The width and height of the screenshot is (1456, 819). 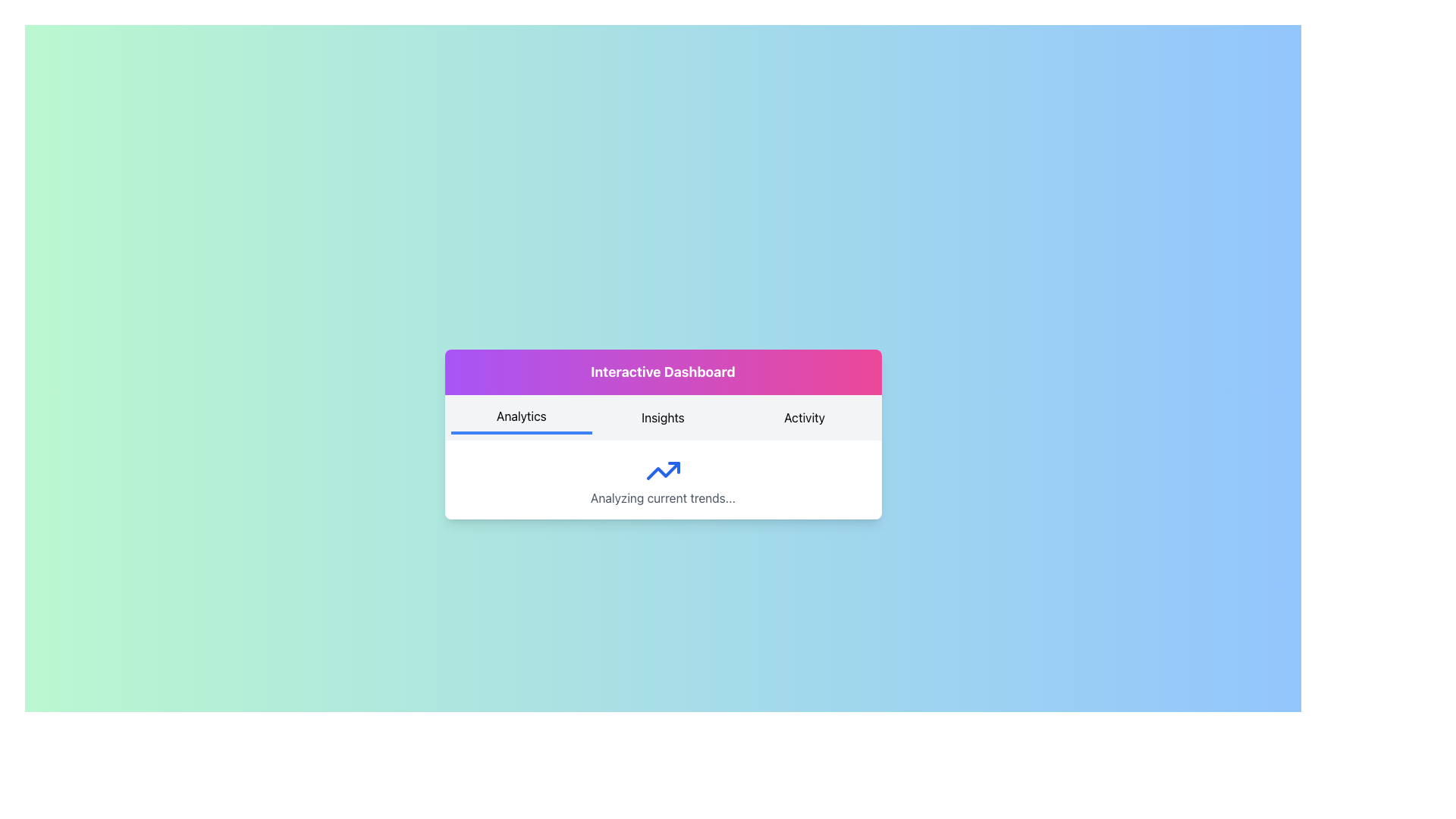 What do you see at coordinates (663, 372) in the screenshot?
I see `the Static header bar labeled 'Interactive Dashboard', which features bold white text on a gradient background transitioning from purple to pink` at bounding box center [663, 372].